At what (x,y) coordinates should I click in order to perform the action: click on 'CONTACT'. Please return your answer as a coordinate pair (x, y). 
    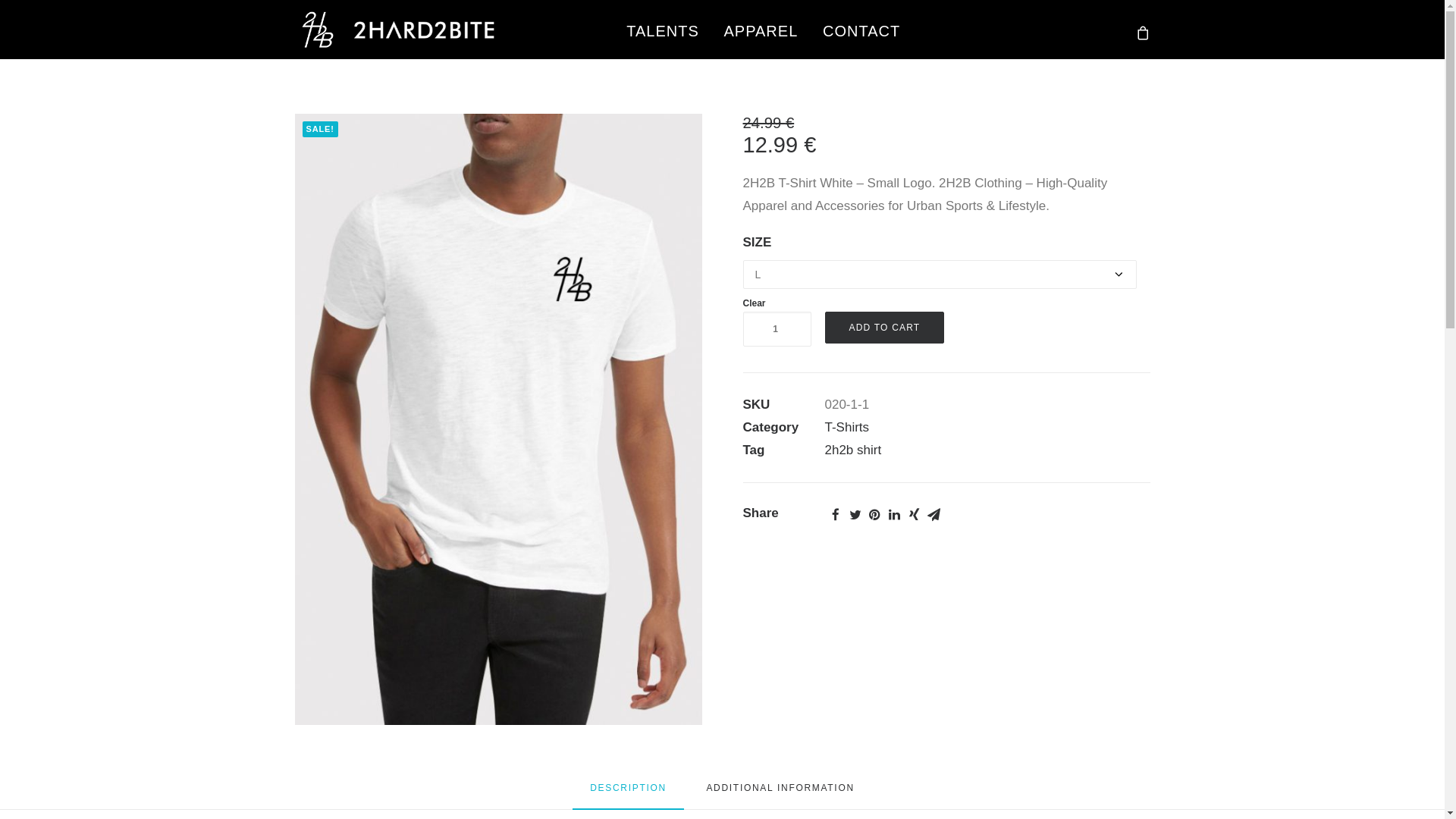
    Looking at the image, I should click on (861, 29).